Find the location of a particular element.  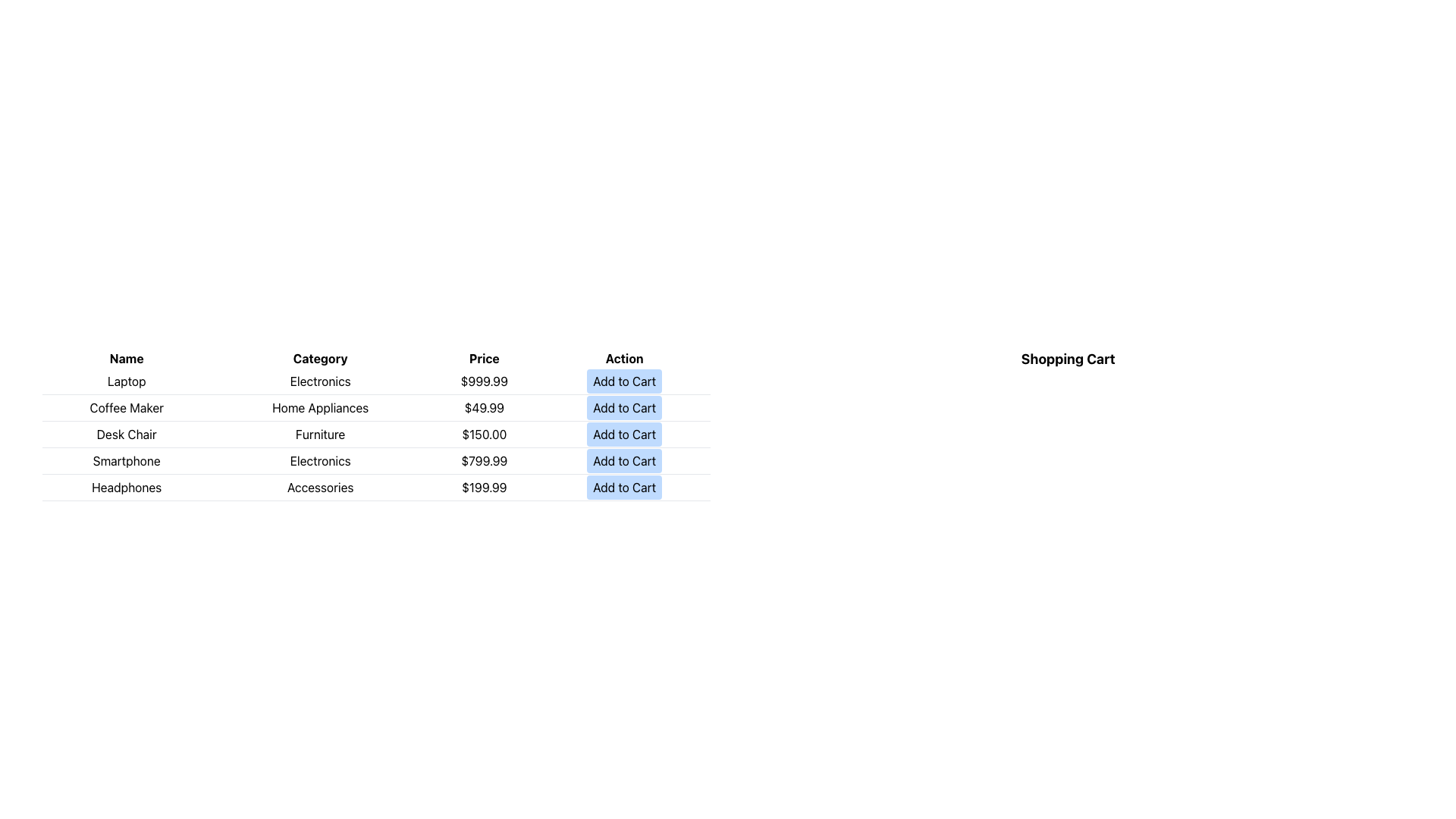

the 'Accessories' text label located in the last row of the table under the 'Category' column is located at coordinates (319, 488).